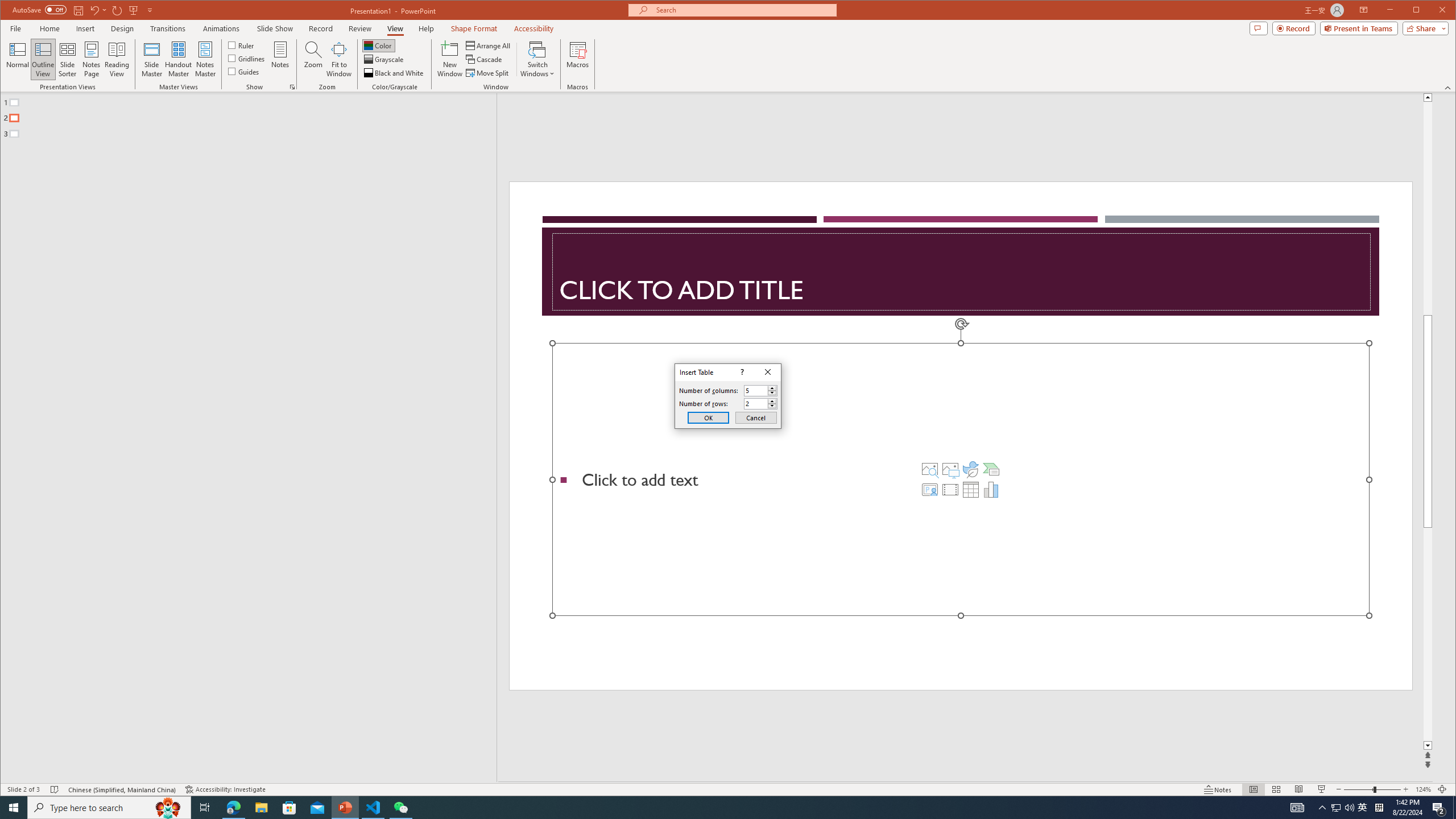 This screenshot has height=819, width=1456. What do you see at coordinates (755, 390) in the screenshot?
I see `'Number of columns'` at bounding box center [755, 390].